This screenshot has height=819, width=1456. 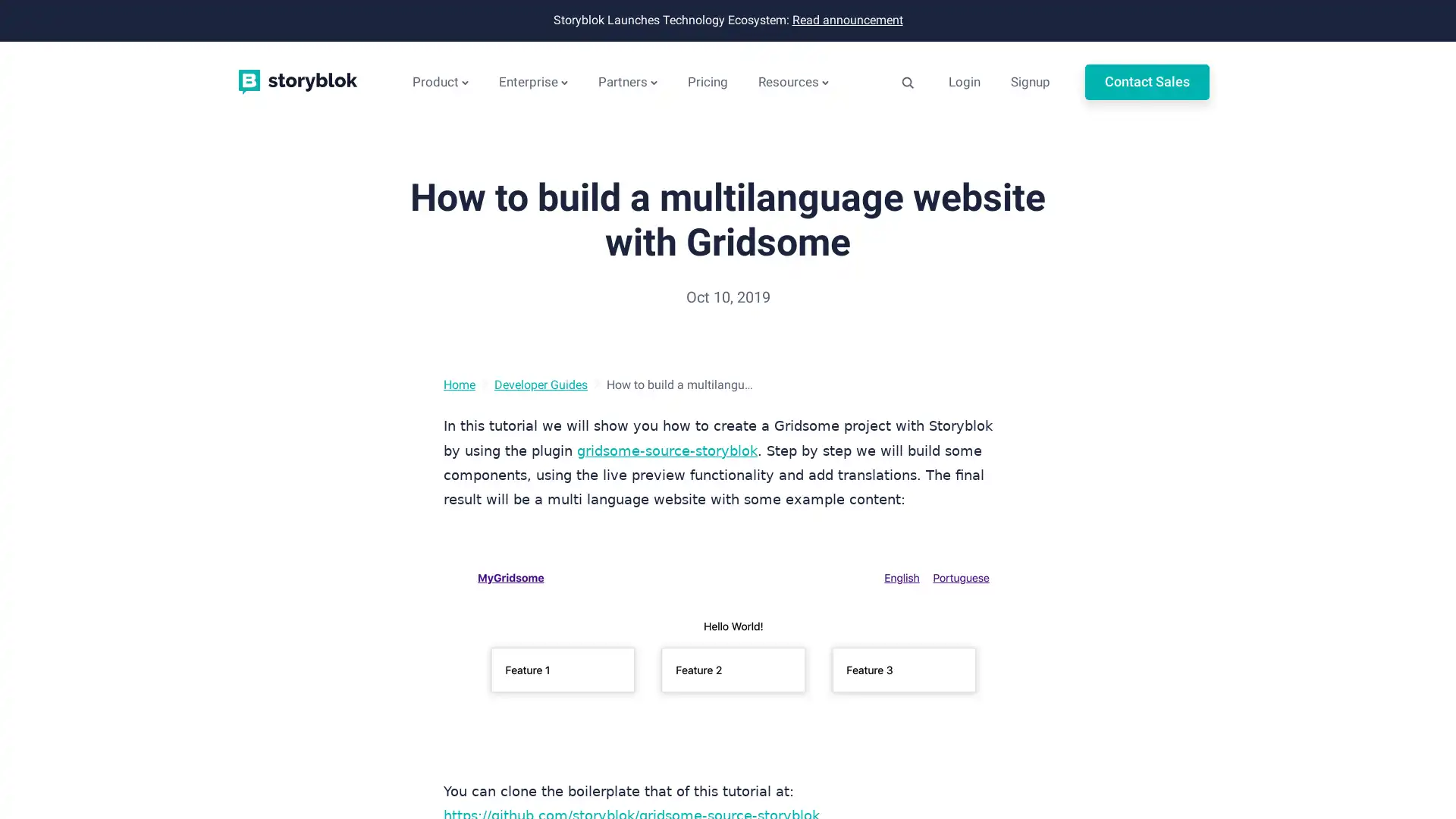 I want to click on Partners, so click(x=628, y=82).